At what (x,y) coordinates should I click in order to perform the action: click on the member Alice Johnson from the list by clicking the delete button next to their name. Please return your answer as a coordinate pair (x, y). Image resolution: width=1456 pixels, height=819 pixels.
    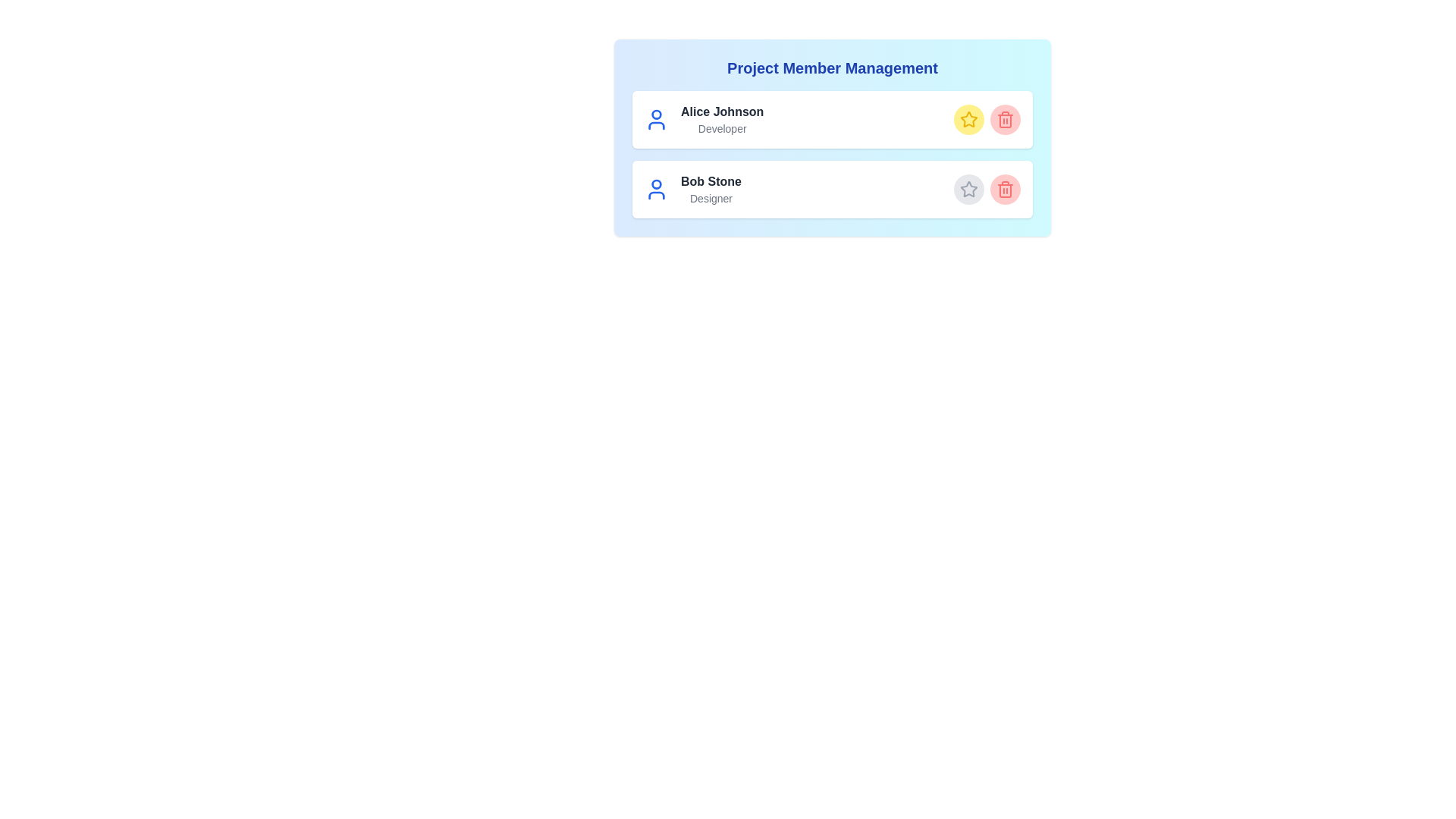
    Looking at the image, I should click on (1005, 119).